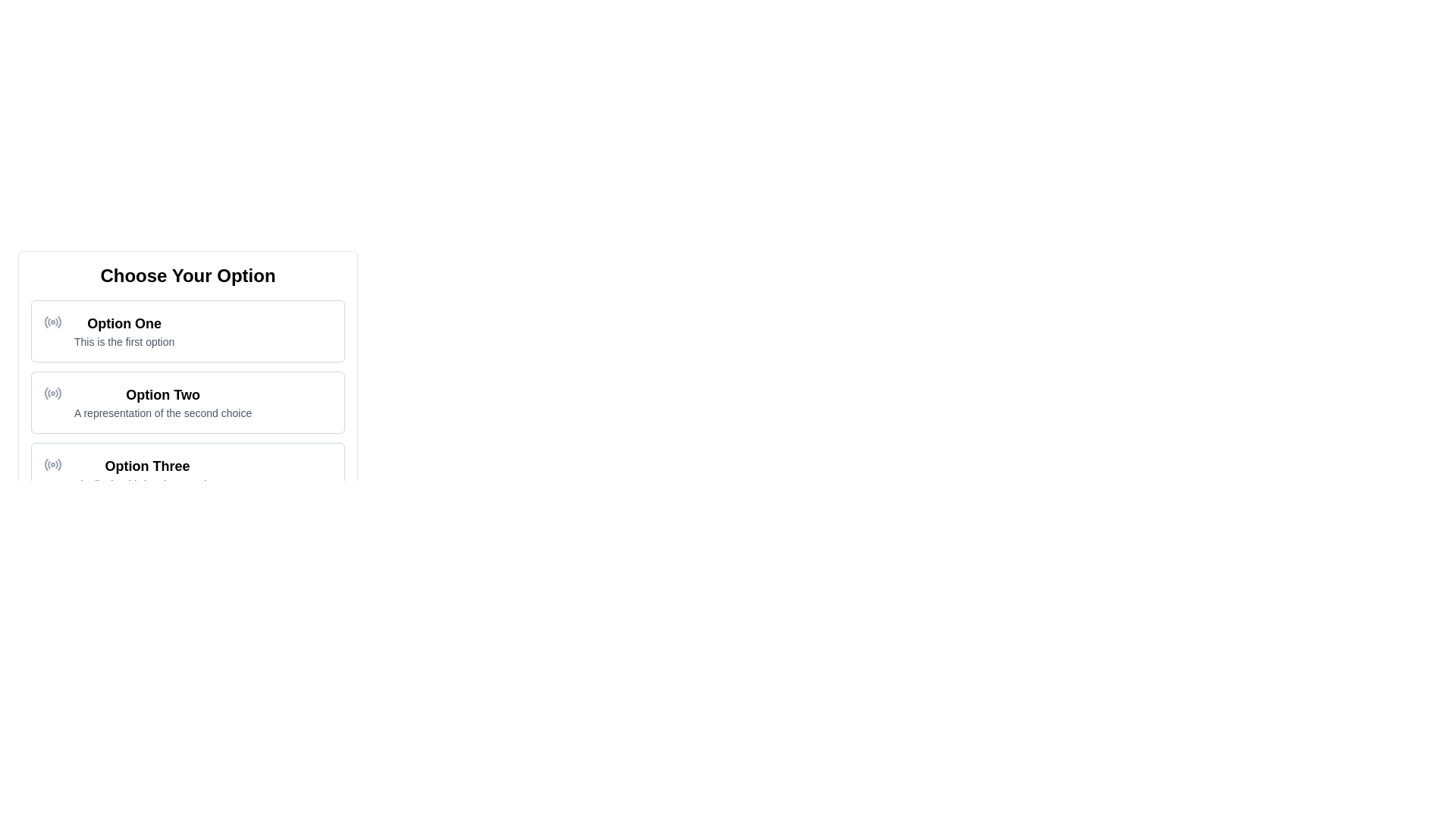 This screenshot has height=819, width=1456. Describe the element at coordinates (53, 464) in the screenshot. I see `the radio button for 'Option Three', which is located on the left side of the associated text block in the 'Choose Your Option' list` at that location.